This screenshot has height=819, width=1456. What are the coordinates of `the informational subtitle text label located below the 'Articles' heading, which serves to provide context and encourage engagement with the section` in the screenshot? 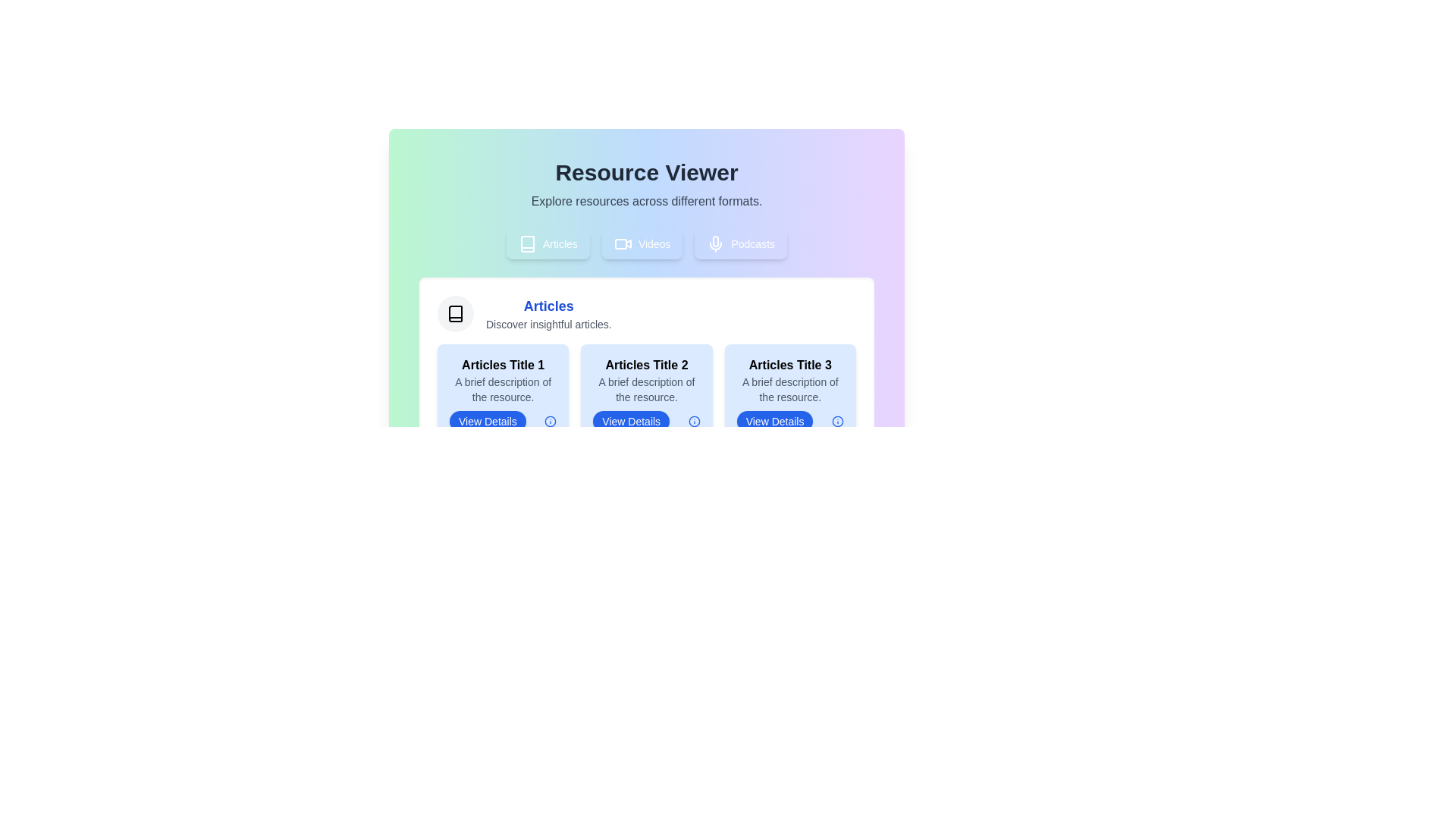 It's located at (548, 324).